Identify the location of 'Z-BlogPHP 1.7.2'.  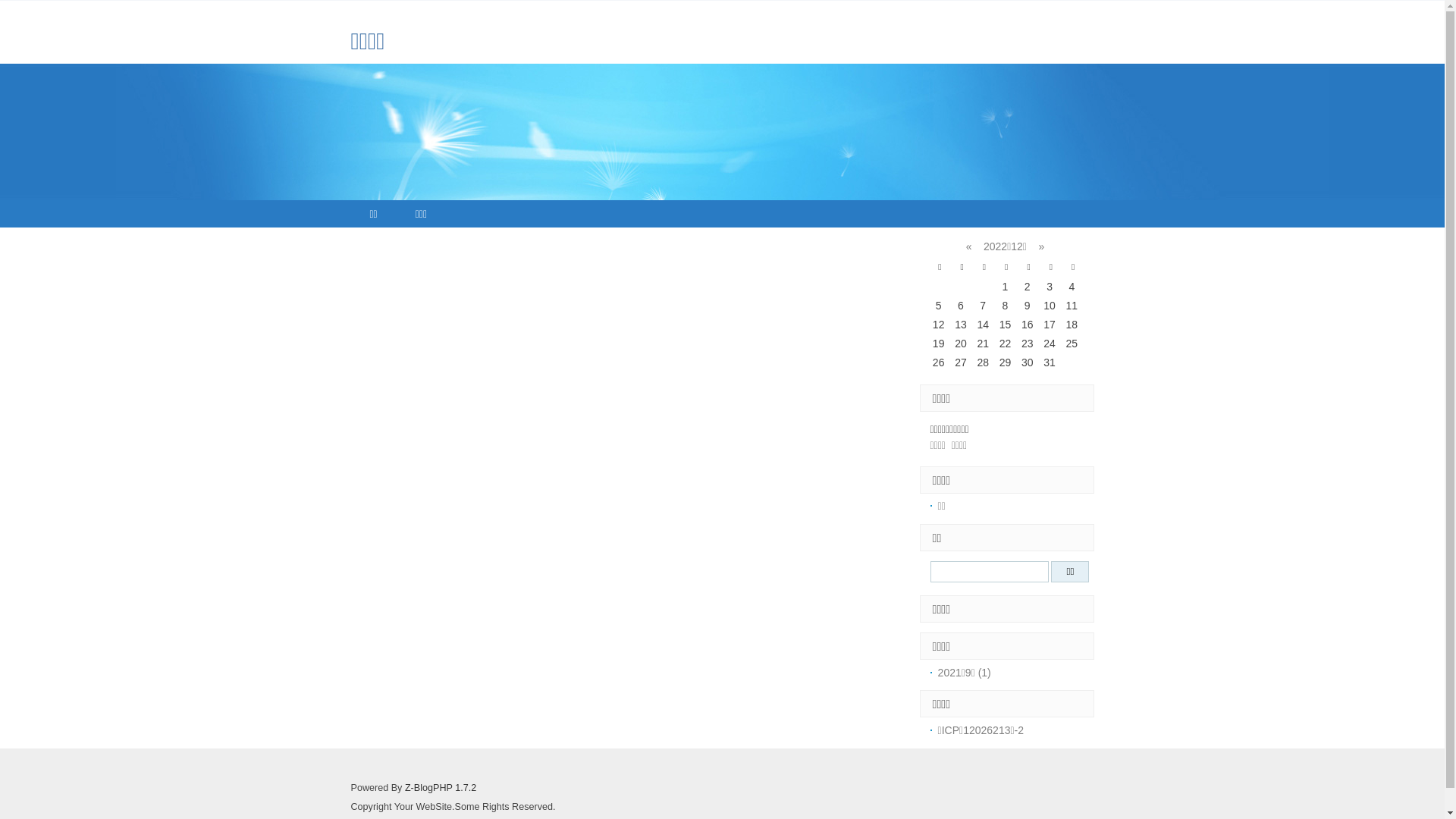
(439, 786).